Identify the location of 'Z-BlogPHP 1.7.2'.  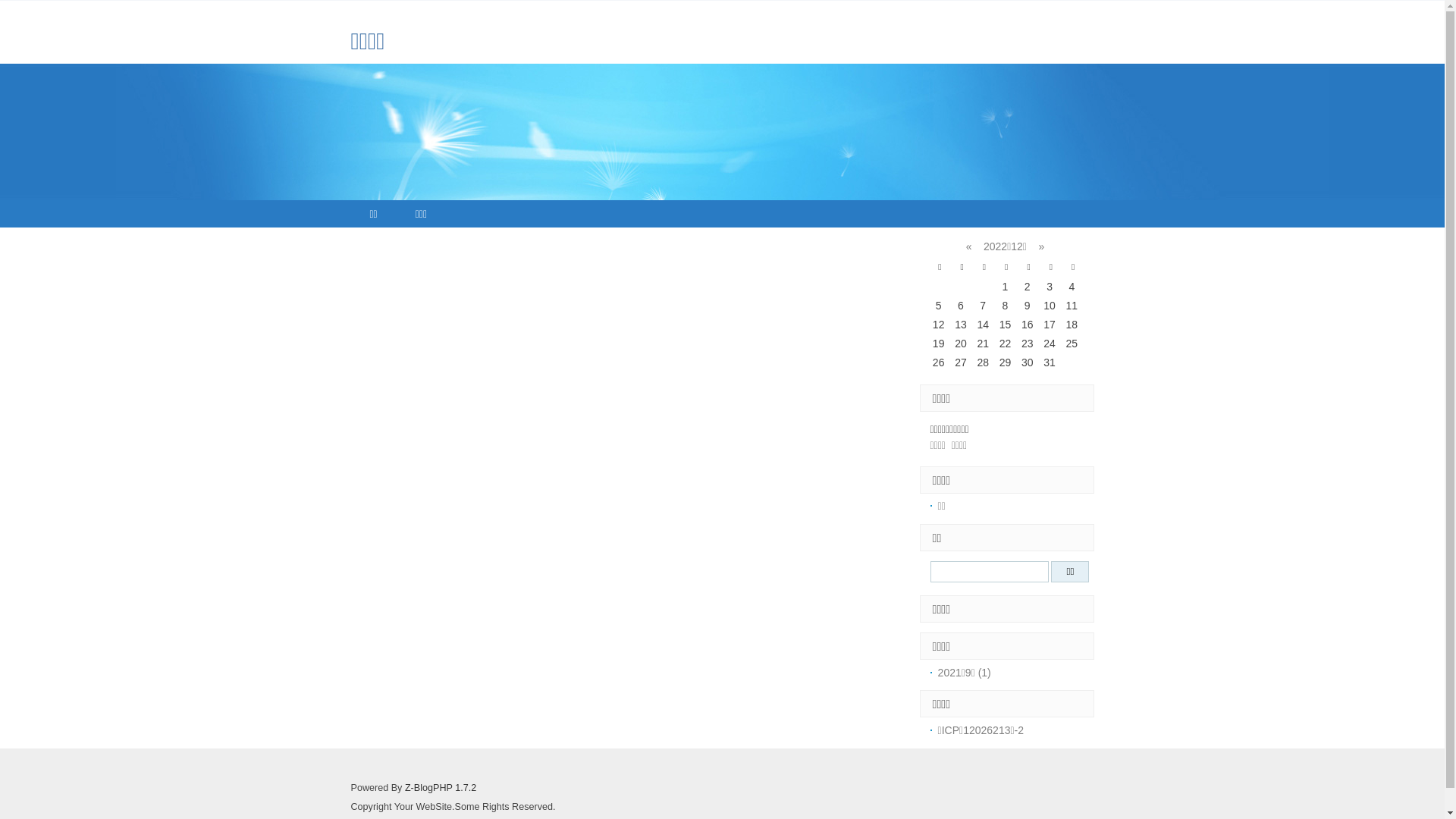
(439, 786).